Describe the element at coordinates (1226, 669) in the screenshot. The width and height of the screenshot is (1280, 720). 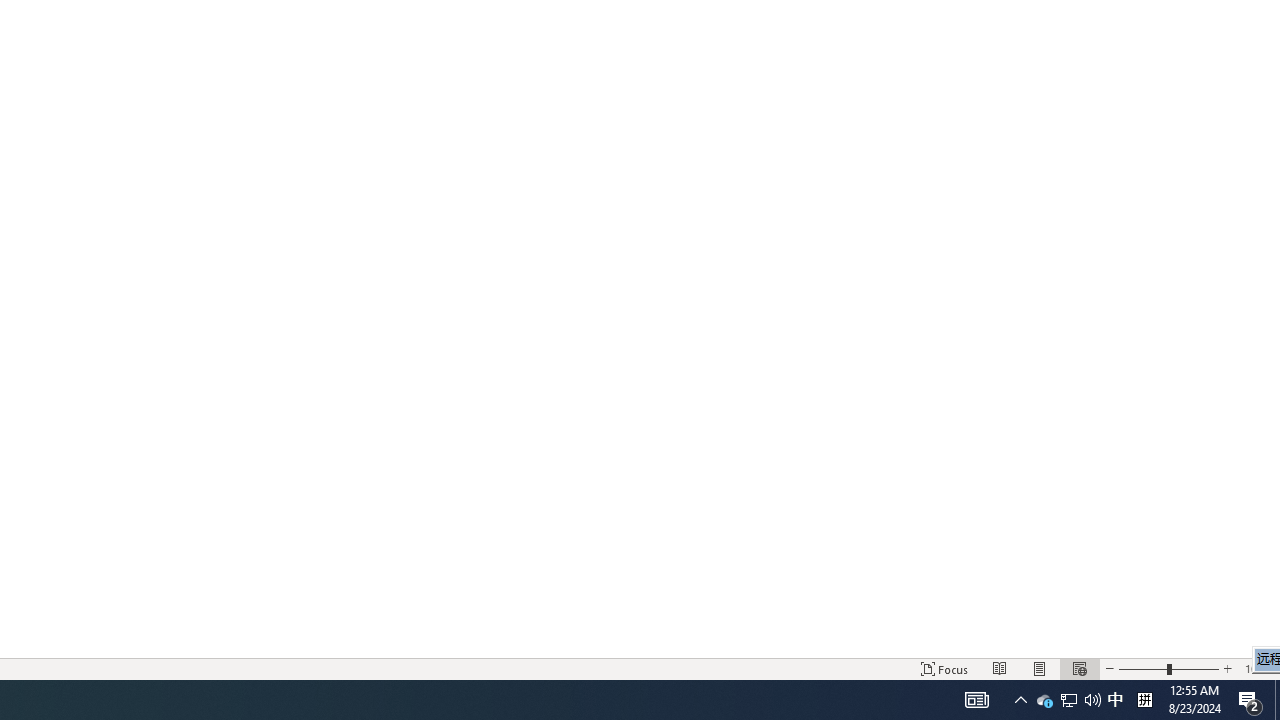
I see `'Zoom In'` at that location.